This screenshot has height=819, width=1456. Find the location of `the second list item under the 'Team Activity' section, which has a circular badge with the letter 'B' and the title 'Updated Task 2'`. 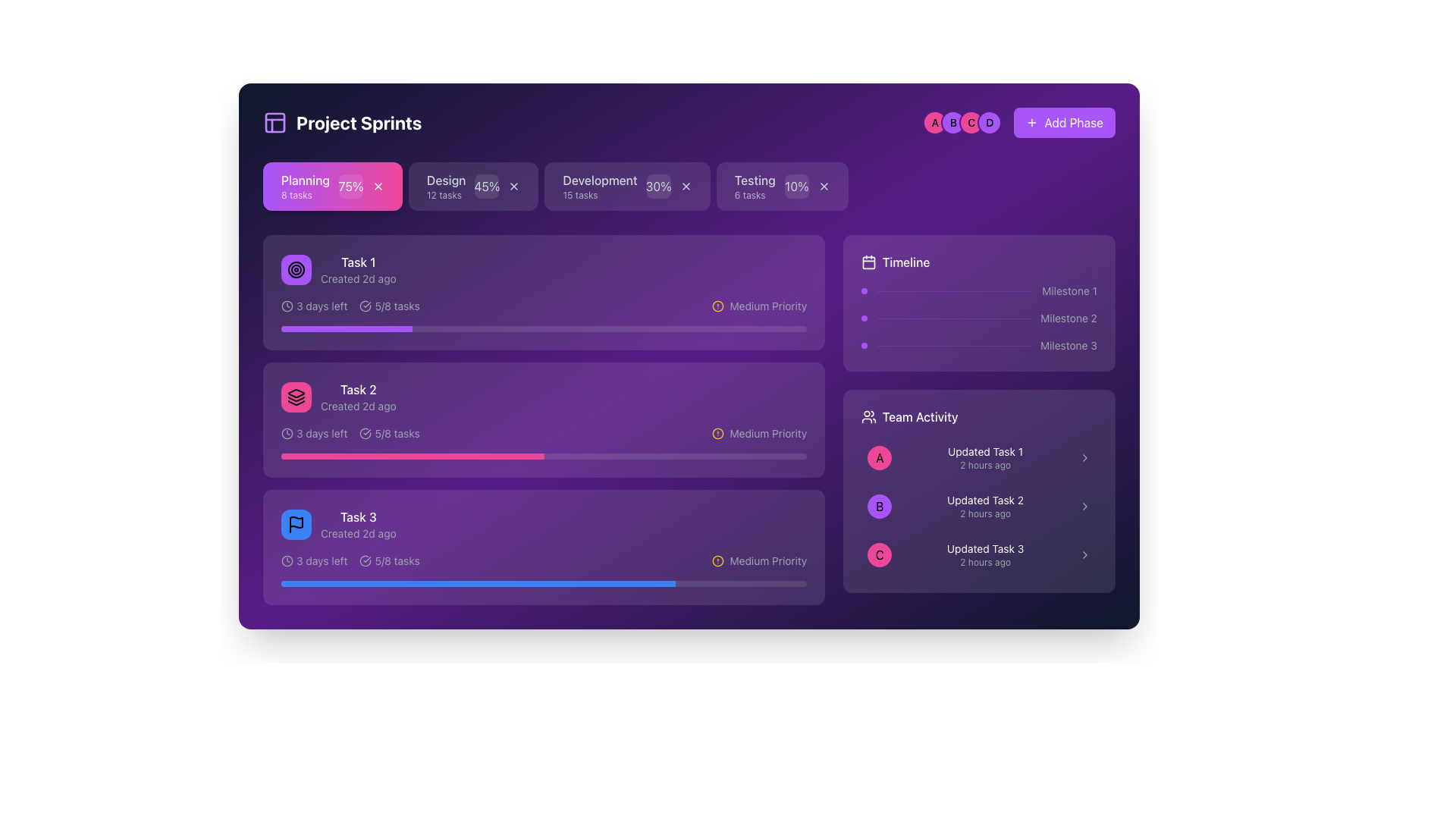

the second list item under the 'Team Activity' section, which has a circular badge with the letter 'B' and the title 'Updated Task 2' is located at coordinates (979, 506).